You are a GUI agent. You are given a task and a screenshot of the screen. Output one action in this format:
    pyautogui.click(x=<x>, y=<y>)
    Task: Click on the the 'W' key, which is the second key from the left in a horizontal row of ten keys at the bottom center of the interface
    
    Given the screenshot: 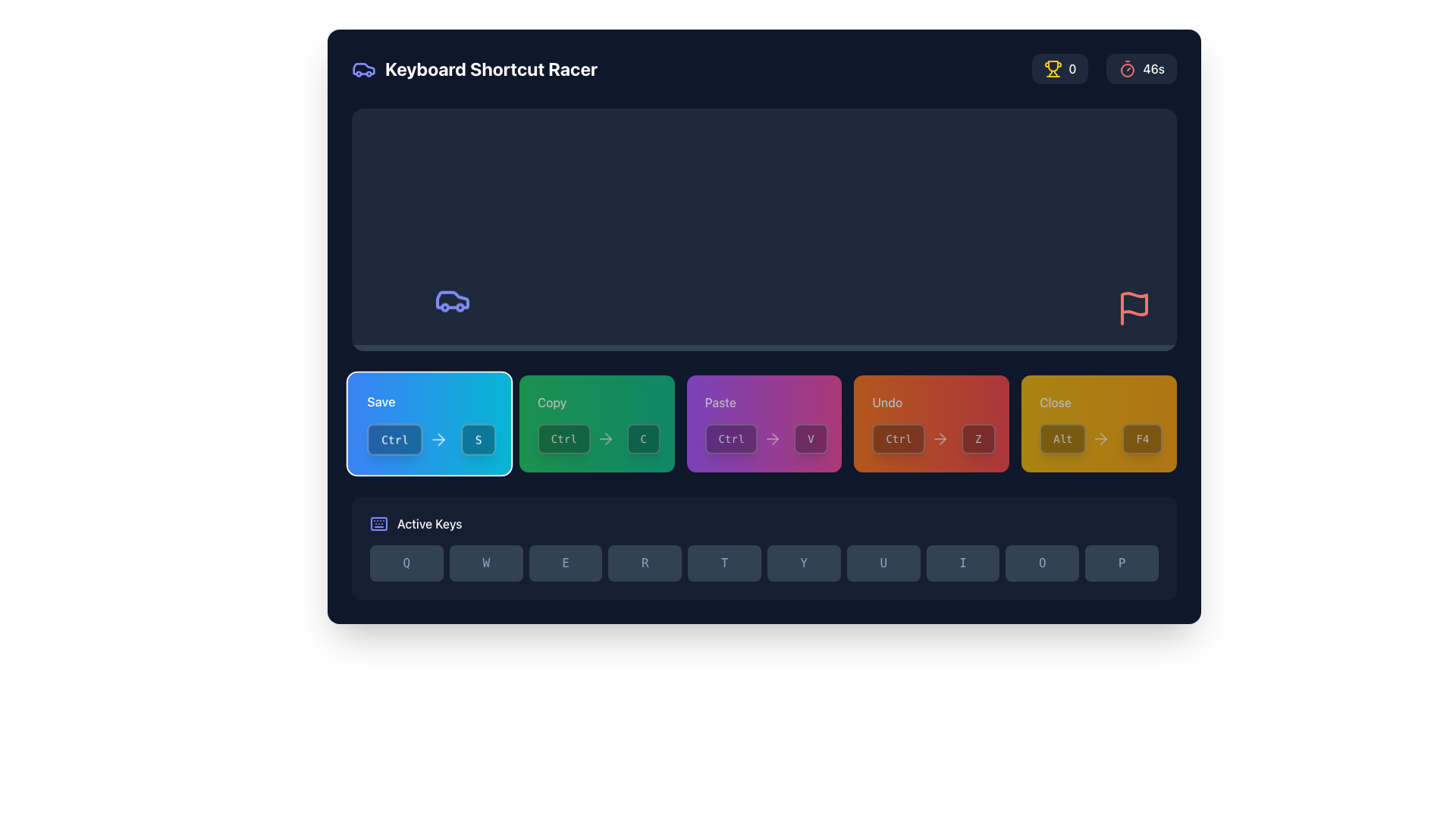 What is the action you would take?
    pyautogui.click(x=486, y=563)
    